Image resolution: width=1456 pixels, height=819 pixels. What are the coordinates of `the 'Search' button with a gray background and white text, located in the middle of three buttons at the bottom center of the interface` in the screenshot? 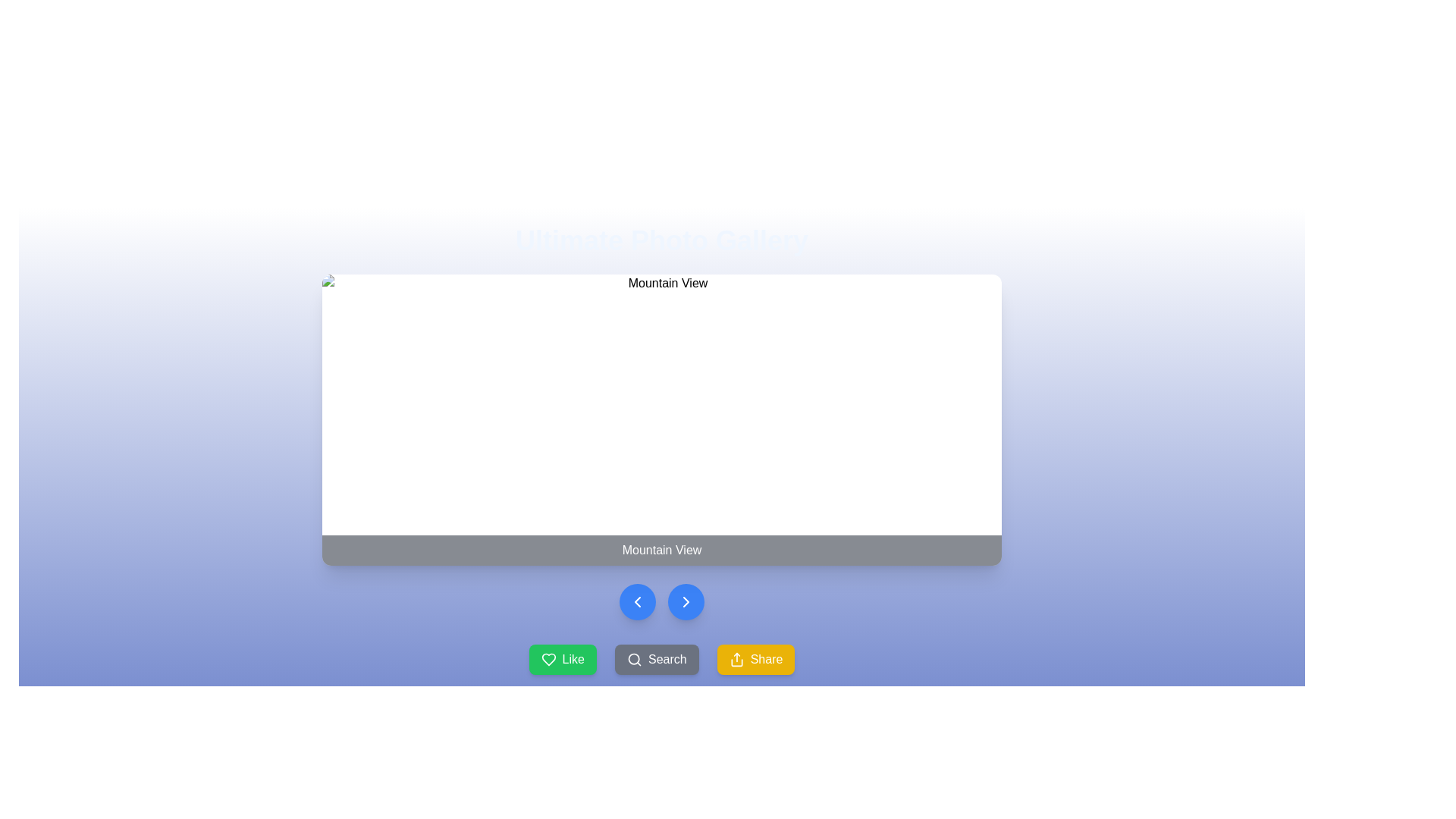 It's located at (656, 659).